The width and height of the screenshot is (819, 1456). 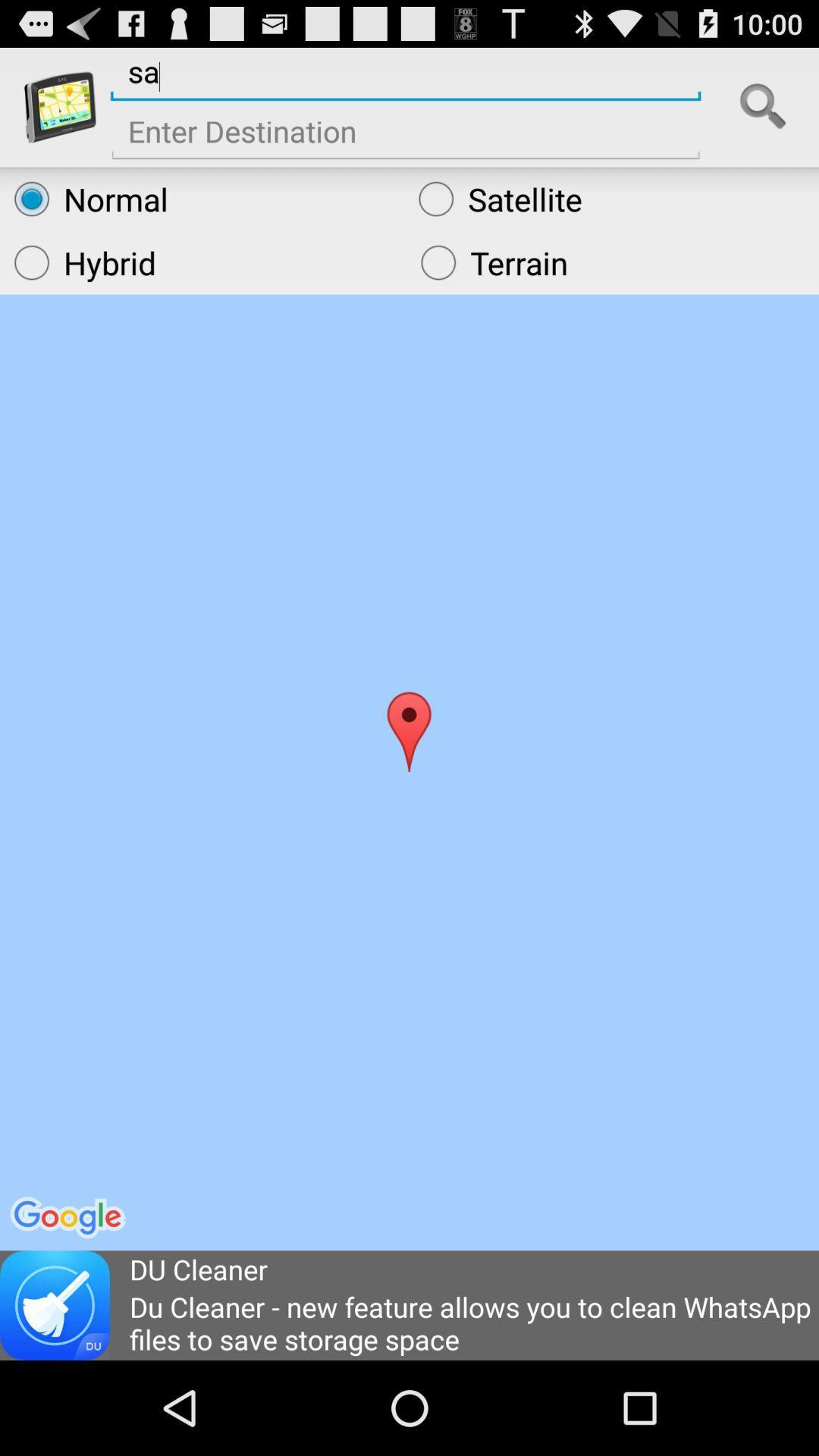 I want to click on search, so click(x=763, y=106).